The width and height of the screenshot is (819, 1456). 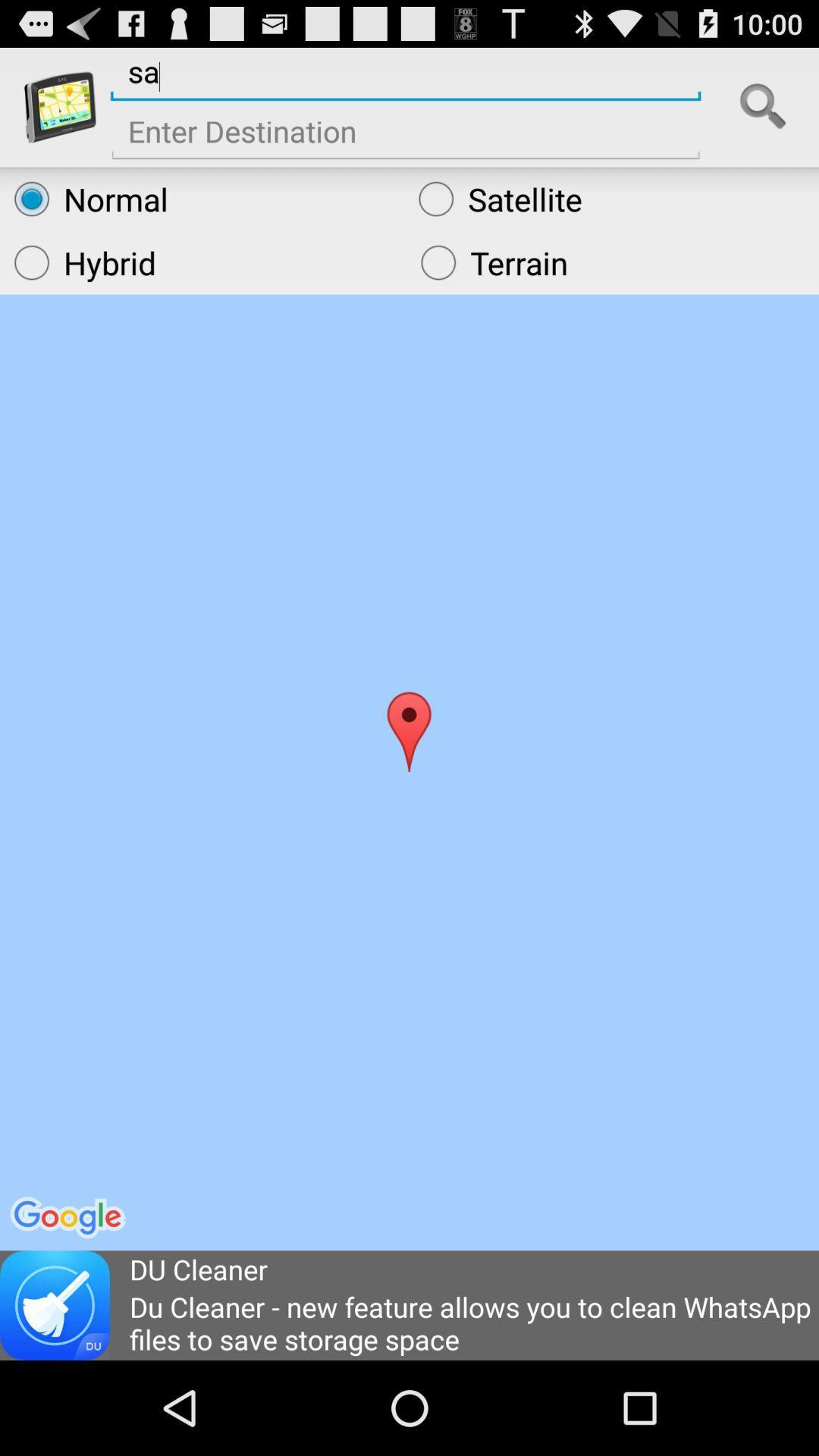 I want to click on search, so click(x=763, y=106).